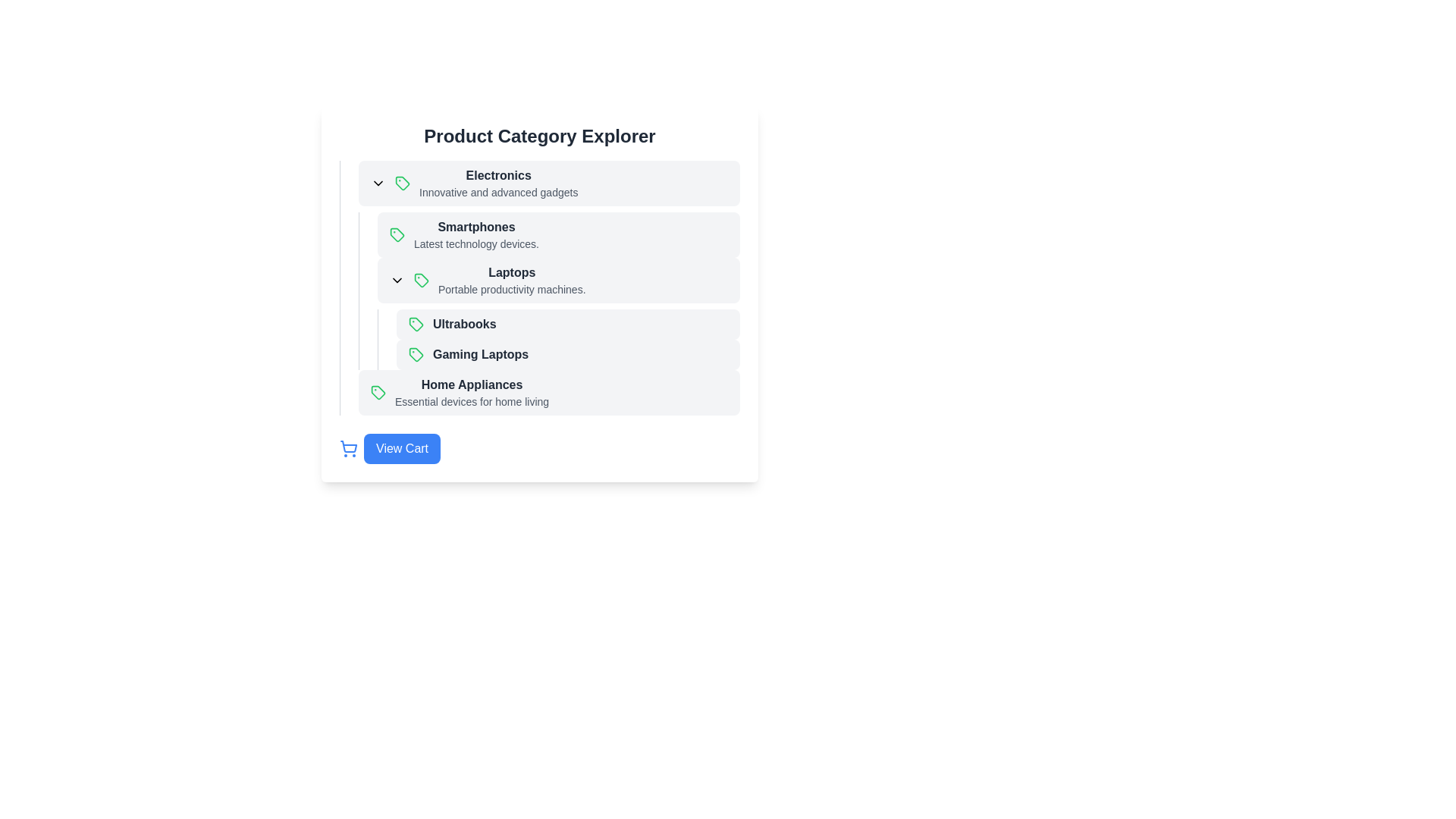 The height and width of the screenshot is (819, 1456). What do you see at coordinates (512, 289) in the screenshot?
I see `the text element reading 'Portable productivity machines' located under the 'Laptops' label in the 'Product Category Explorer' section` at bounding box center [512, 289].